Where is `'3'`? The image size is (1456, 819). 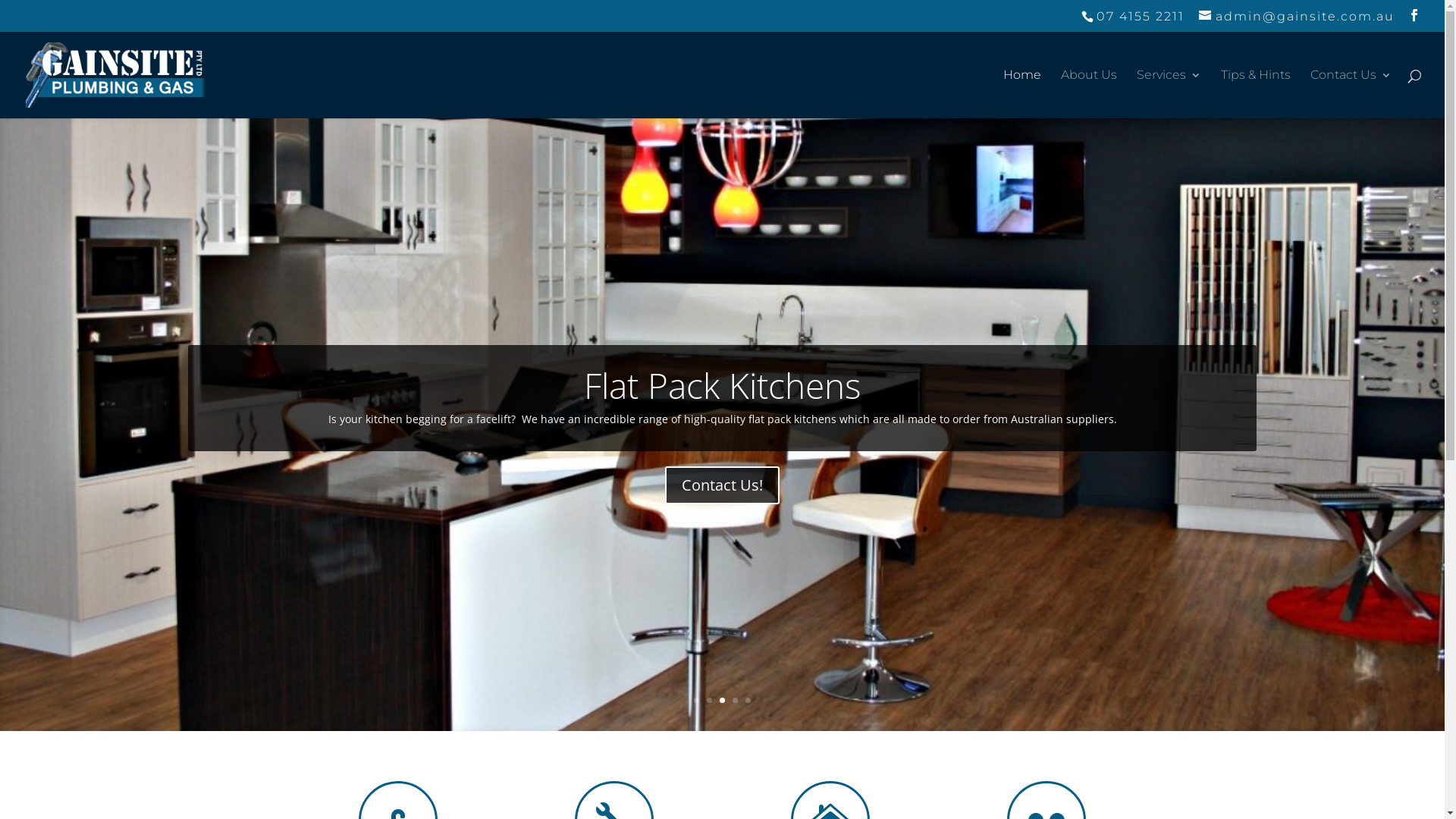
'3' is located at coordinates (721, 700).